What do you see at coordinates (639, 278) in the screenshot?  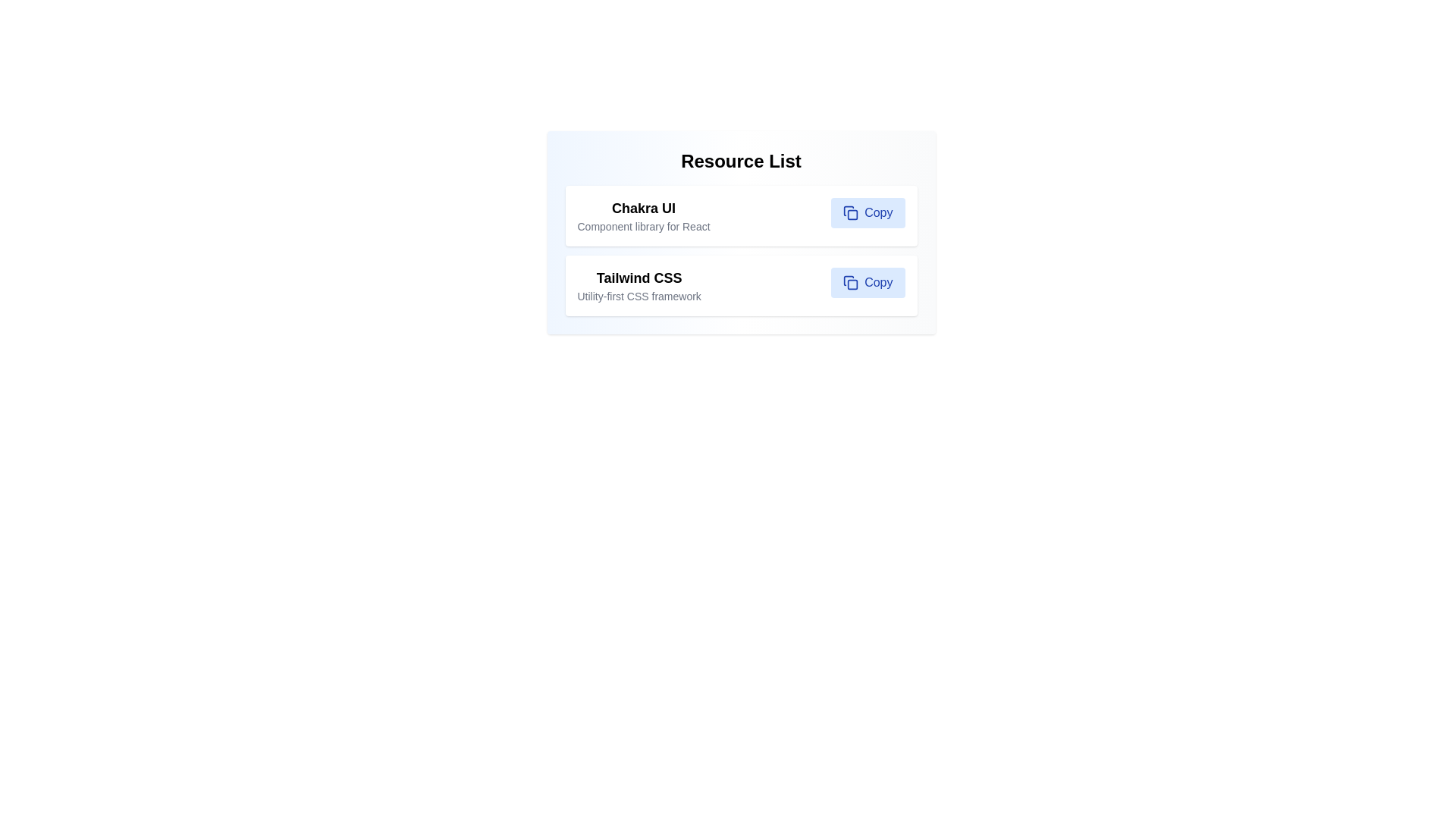 I see `the bold text label 'Tailwind CSS' located in the second card of the vertical list, which is above the 'Copy' button and below the 'Chakra UI' card` at bounding box center [639, 278].